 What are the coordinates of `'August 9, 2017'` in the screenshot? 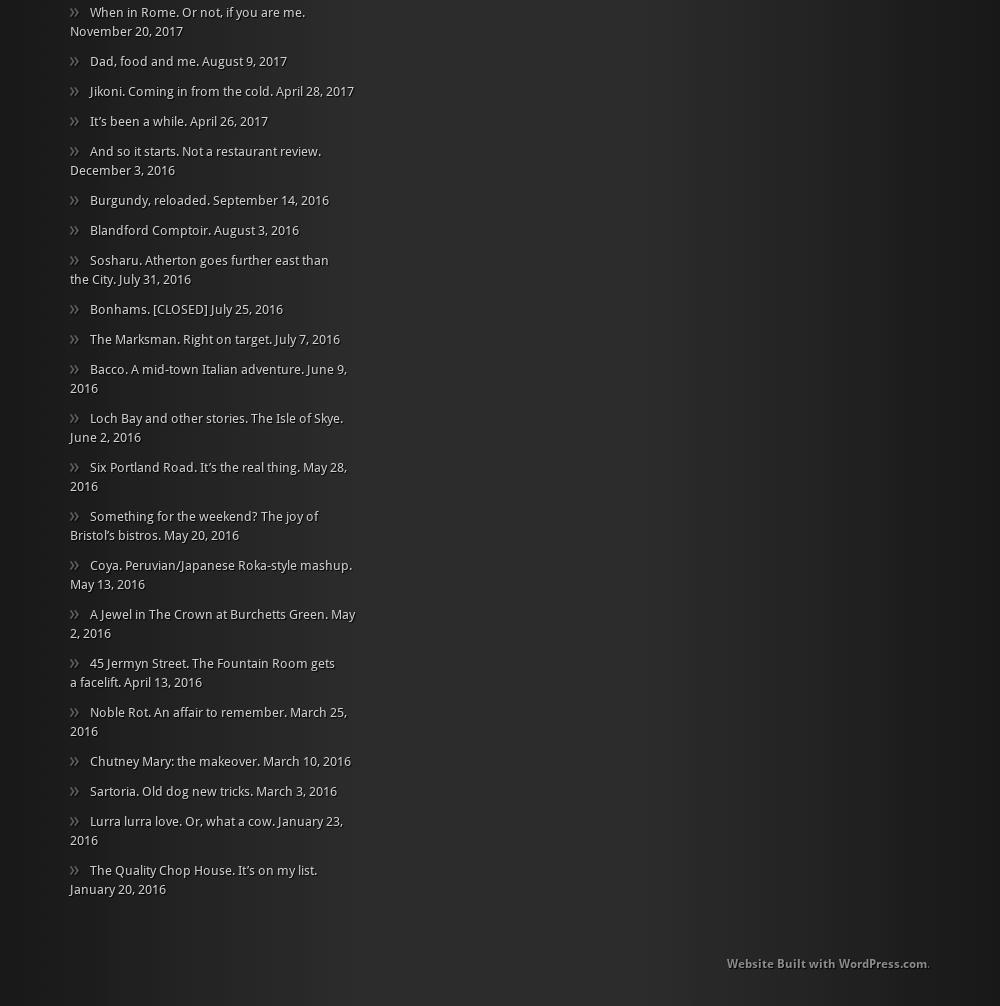 It's located at (201, 60).